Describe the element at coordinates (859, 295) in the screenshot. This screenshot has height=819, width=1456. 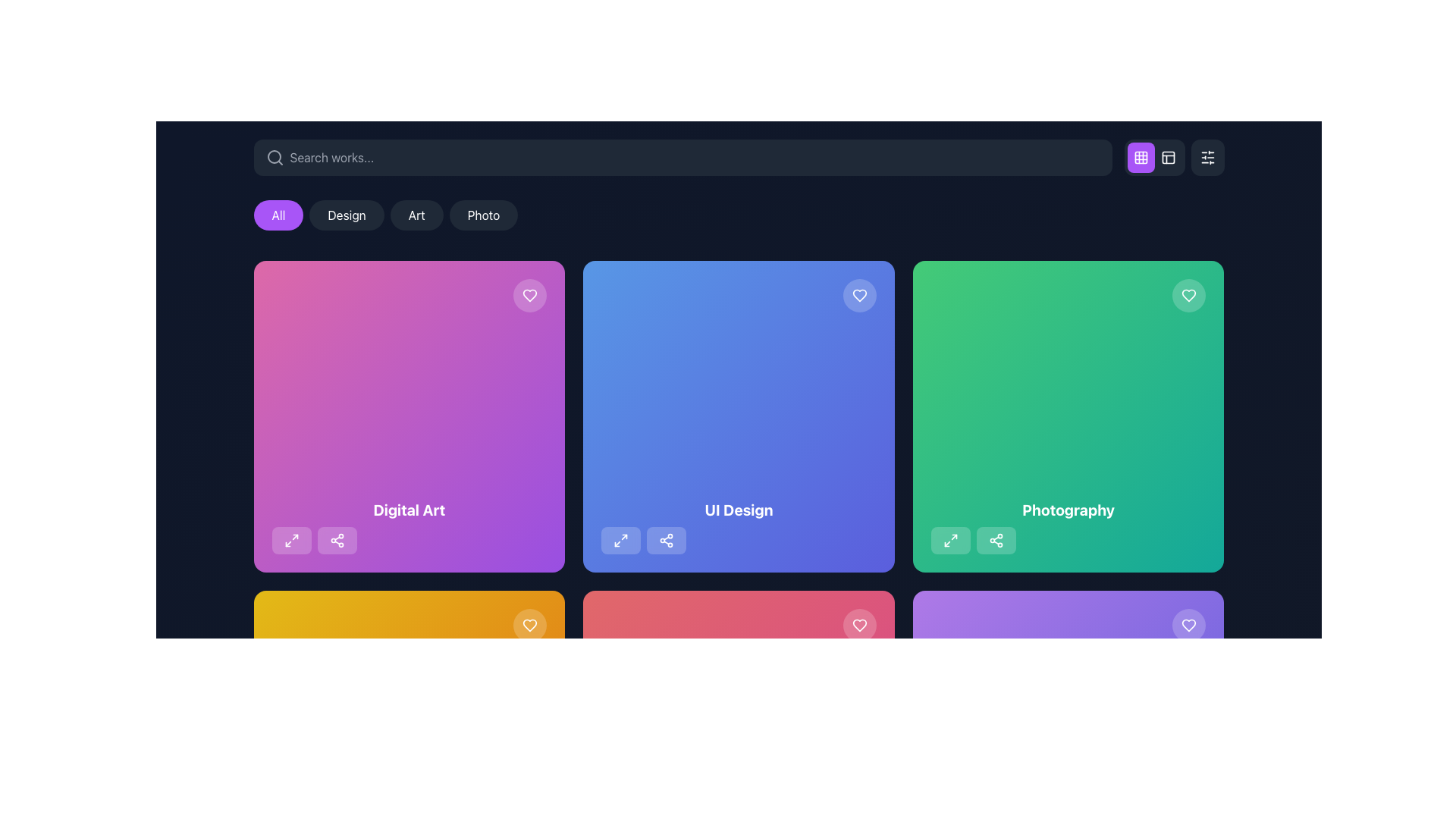
I see `the favorite button located at the top-right corner of the blue rectangular card labeled 'UI Design'` at that location.